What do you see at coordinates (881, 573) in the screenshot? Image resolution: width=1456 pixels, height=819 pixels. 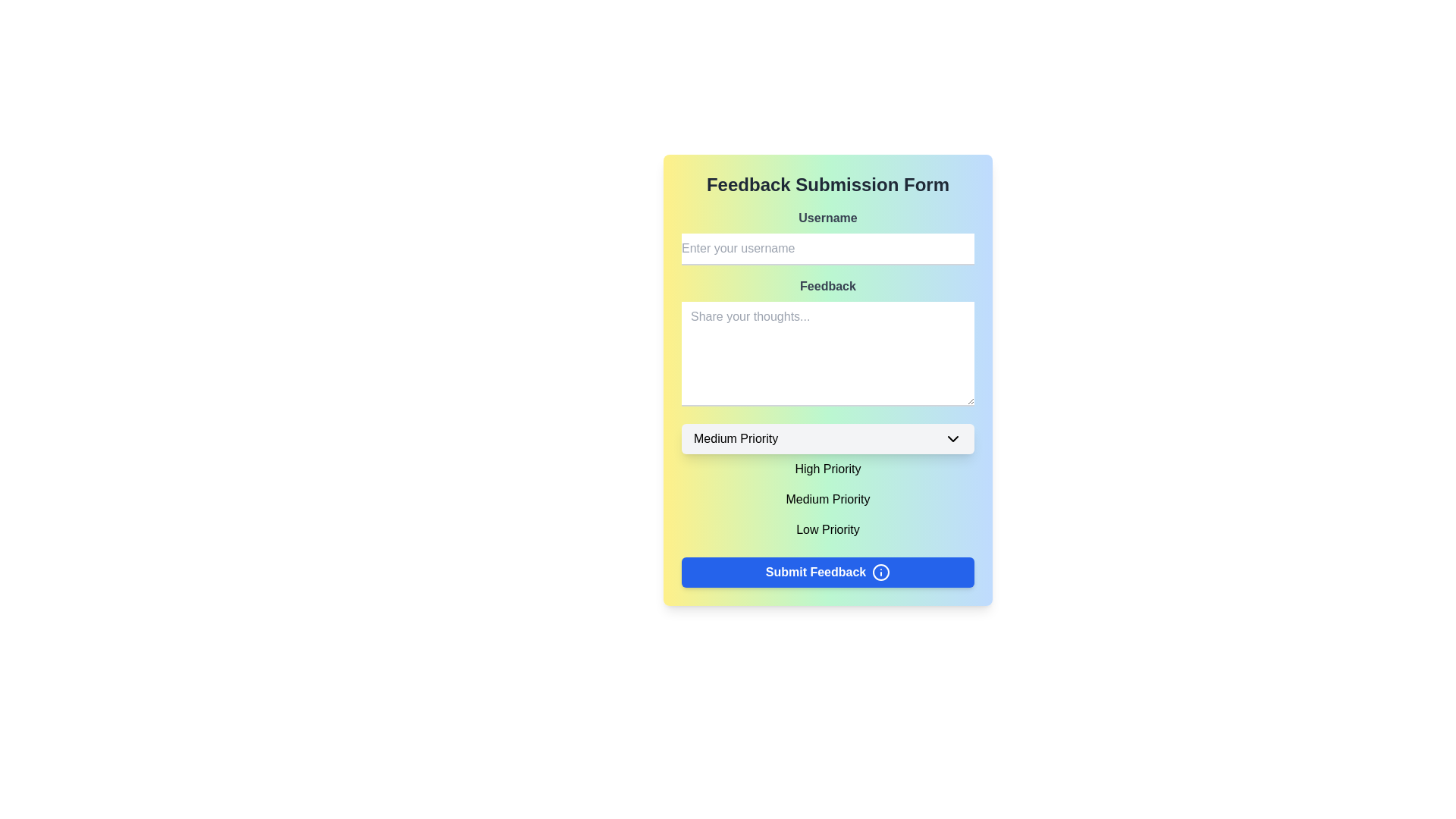 I see `the information icon located to the right of the 'Submit Feedback' button` at bounding box center [881, 573].